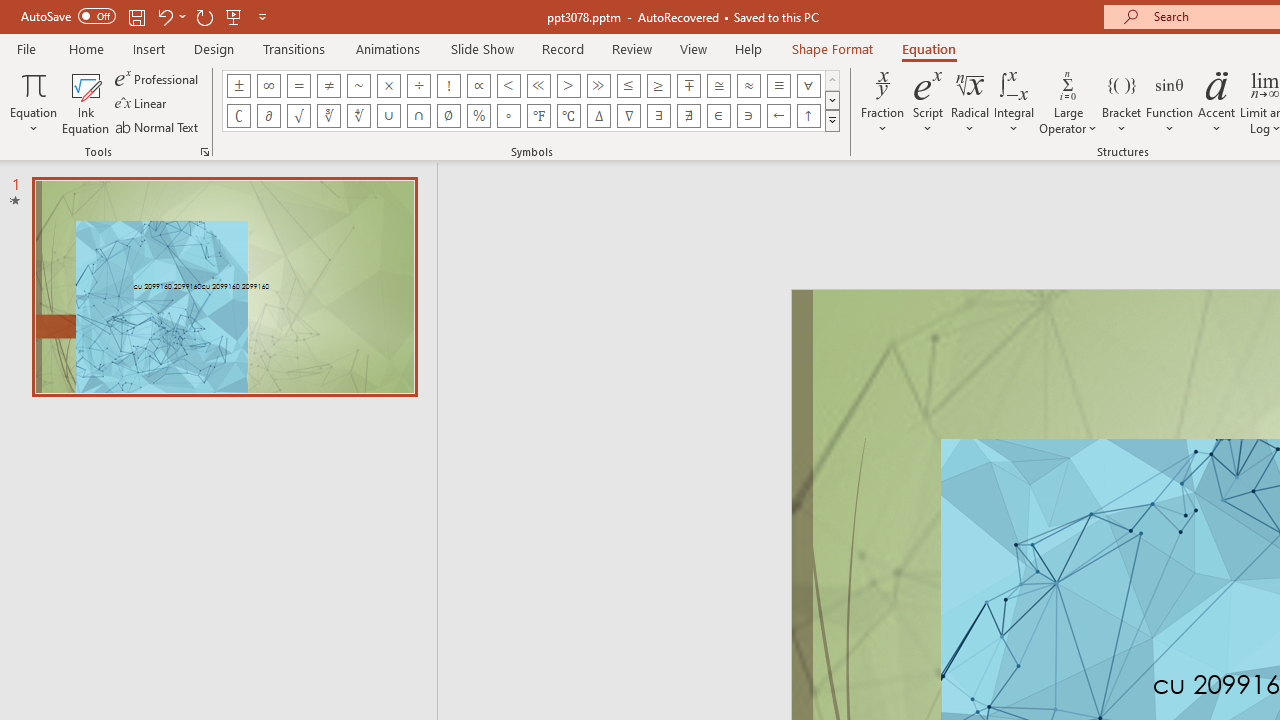  Describe the element at coordinates (567, 115) in the screenshot. I see `'Equation Symbol Degrees Celsius'` at that location.